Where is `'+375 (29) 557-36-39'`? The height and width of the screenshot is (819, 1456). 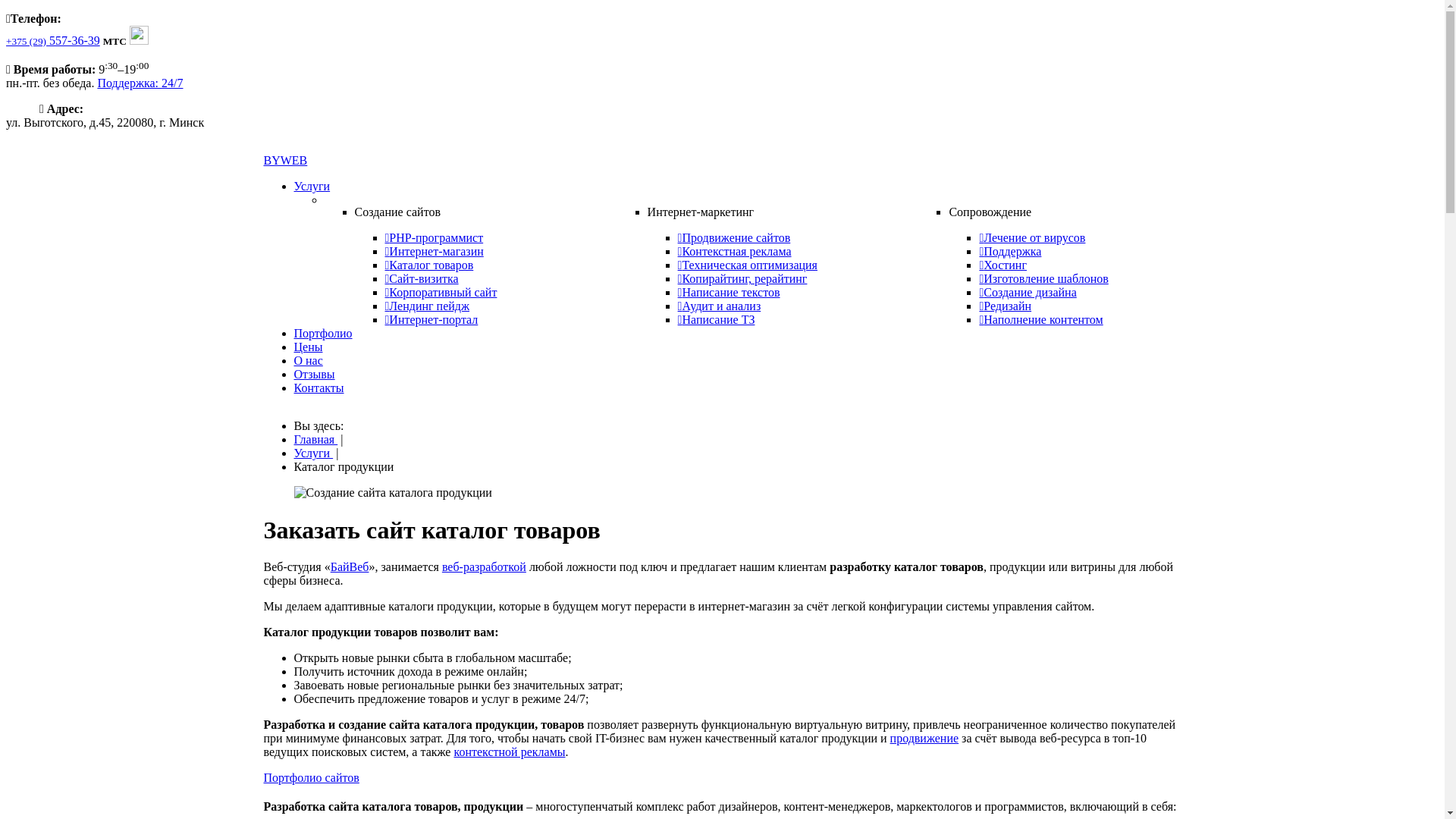 '+375 (29) 557-36-39' is located at coordinates (53, 39).